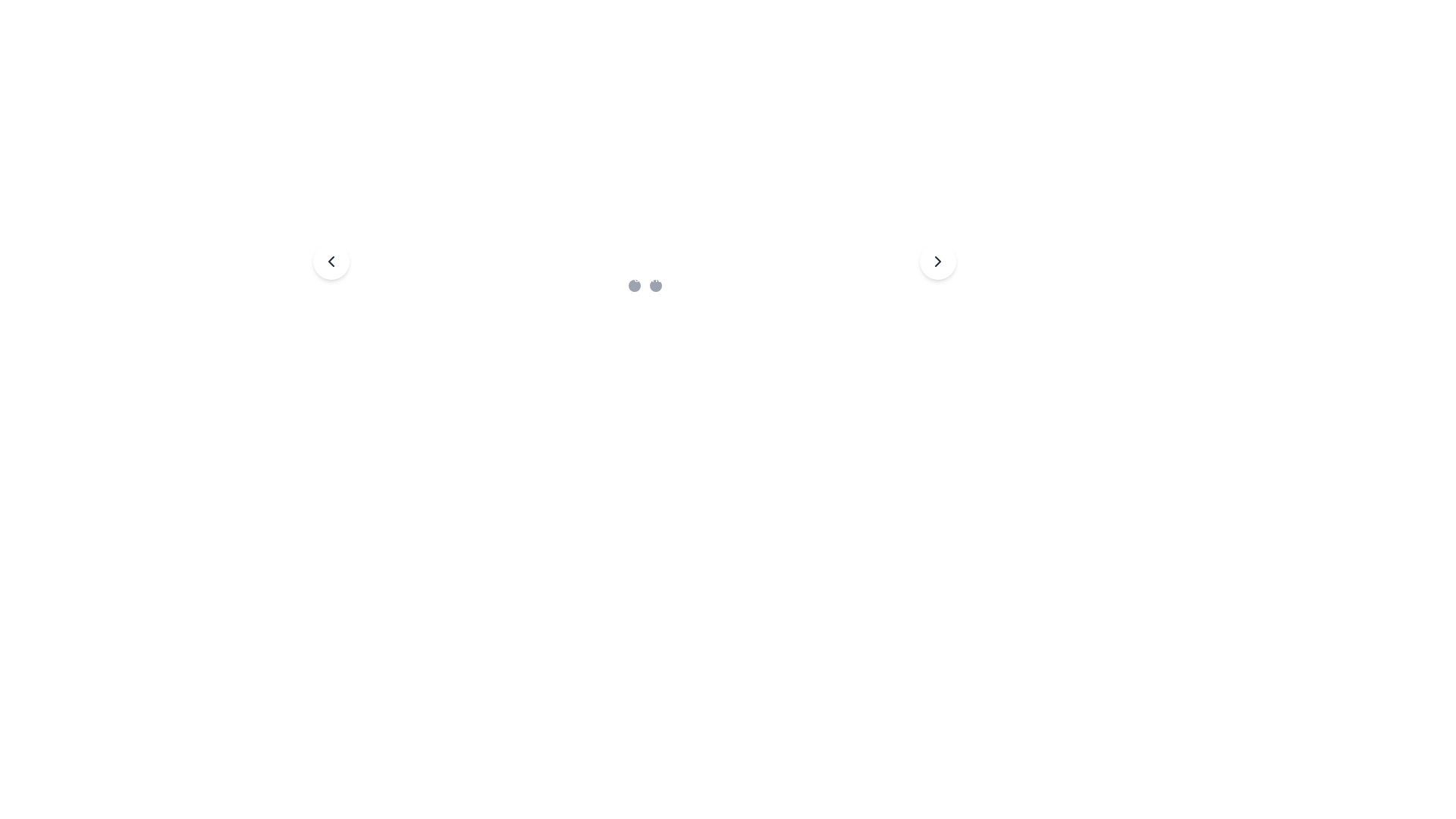 The image size is (1456, 819). I want to click on the third circular indicator or selector, which is the far right element in a row of three similar circular elements, located near the center of the interface, so click(655, 286).